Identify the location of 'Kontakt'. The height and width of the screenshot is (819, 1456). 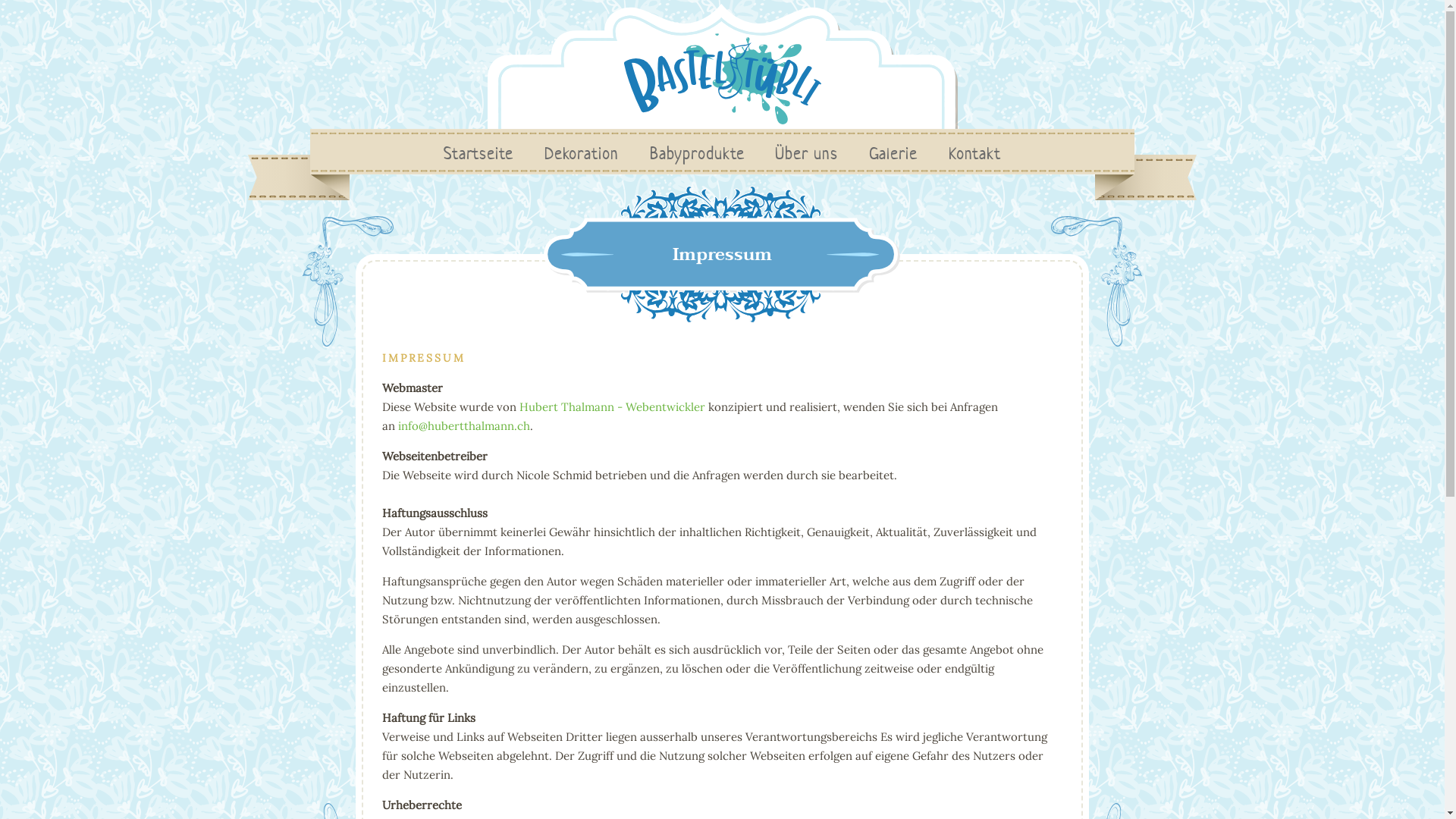
(974, 153).